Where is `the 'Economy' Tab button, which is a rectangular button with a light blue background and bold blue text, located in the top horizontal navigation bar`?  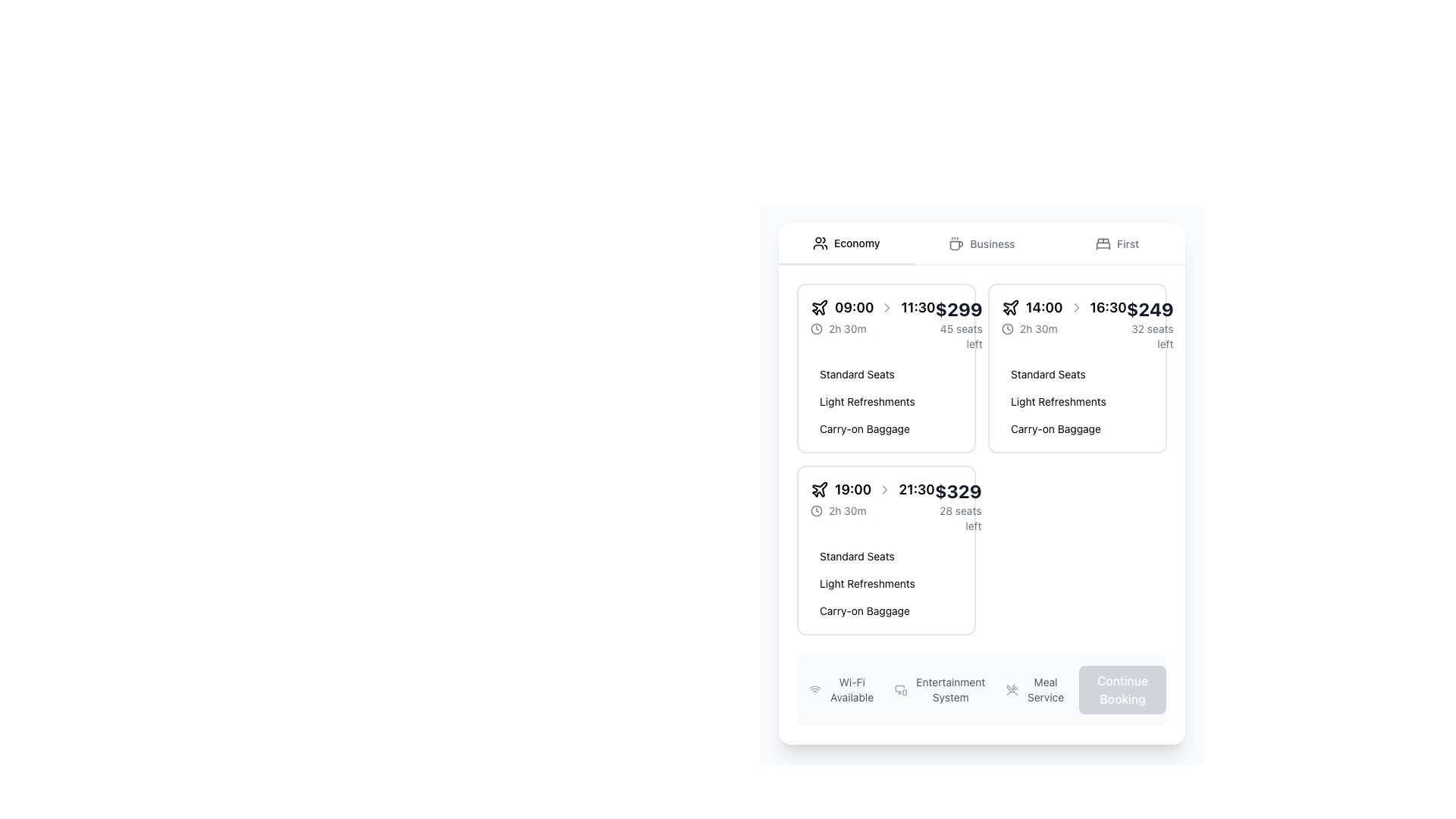 the 'Economy' Tab button, which is a rectangular button with a light blue background and bold blue text, located in the top horizontal navigation bar is located at coordinates (846, 243).